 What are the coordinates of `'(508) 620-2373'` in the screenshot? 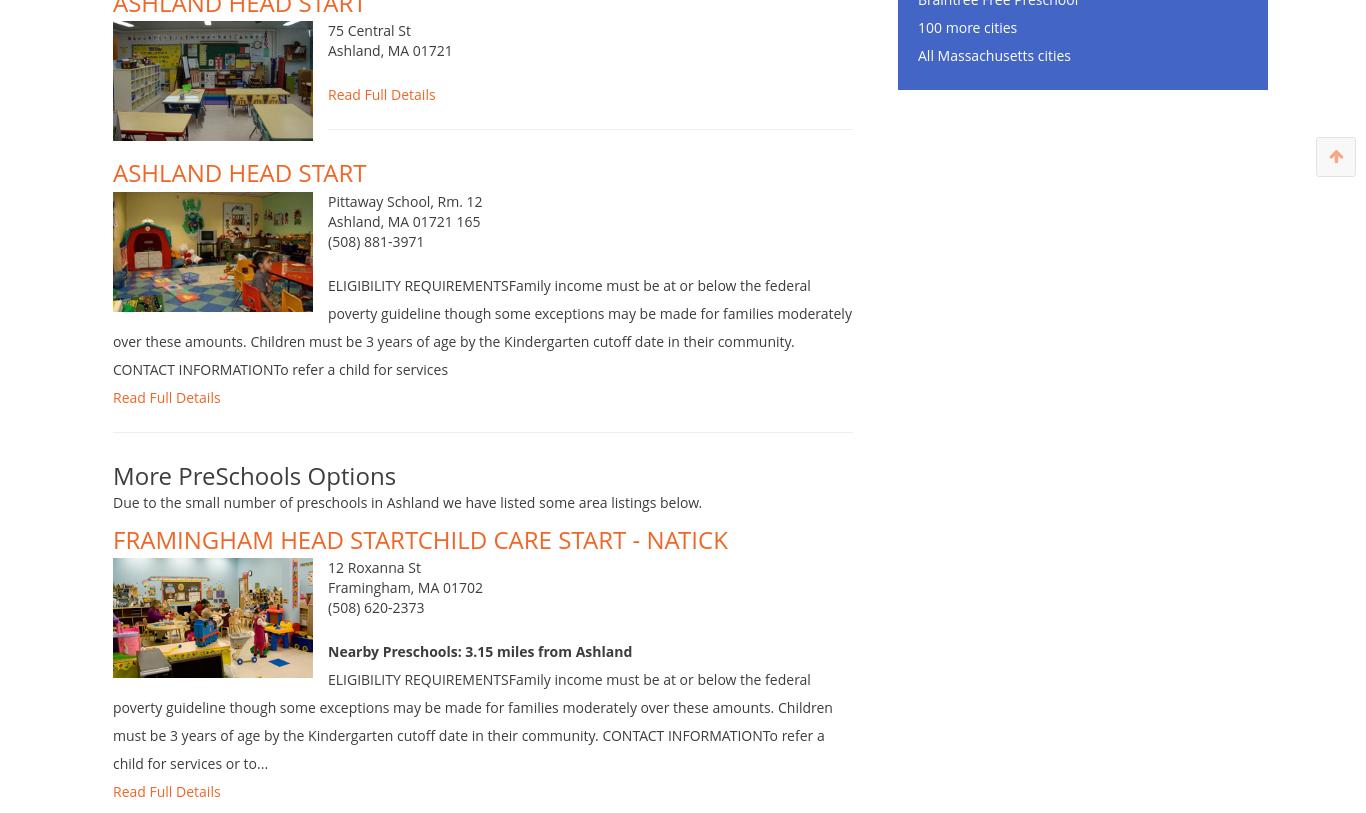 It's located at (327, 638).